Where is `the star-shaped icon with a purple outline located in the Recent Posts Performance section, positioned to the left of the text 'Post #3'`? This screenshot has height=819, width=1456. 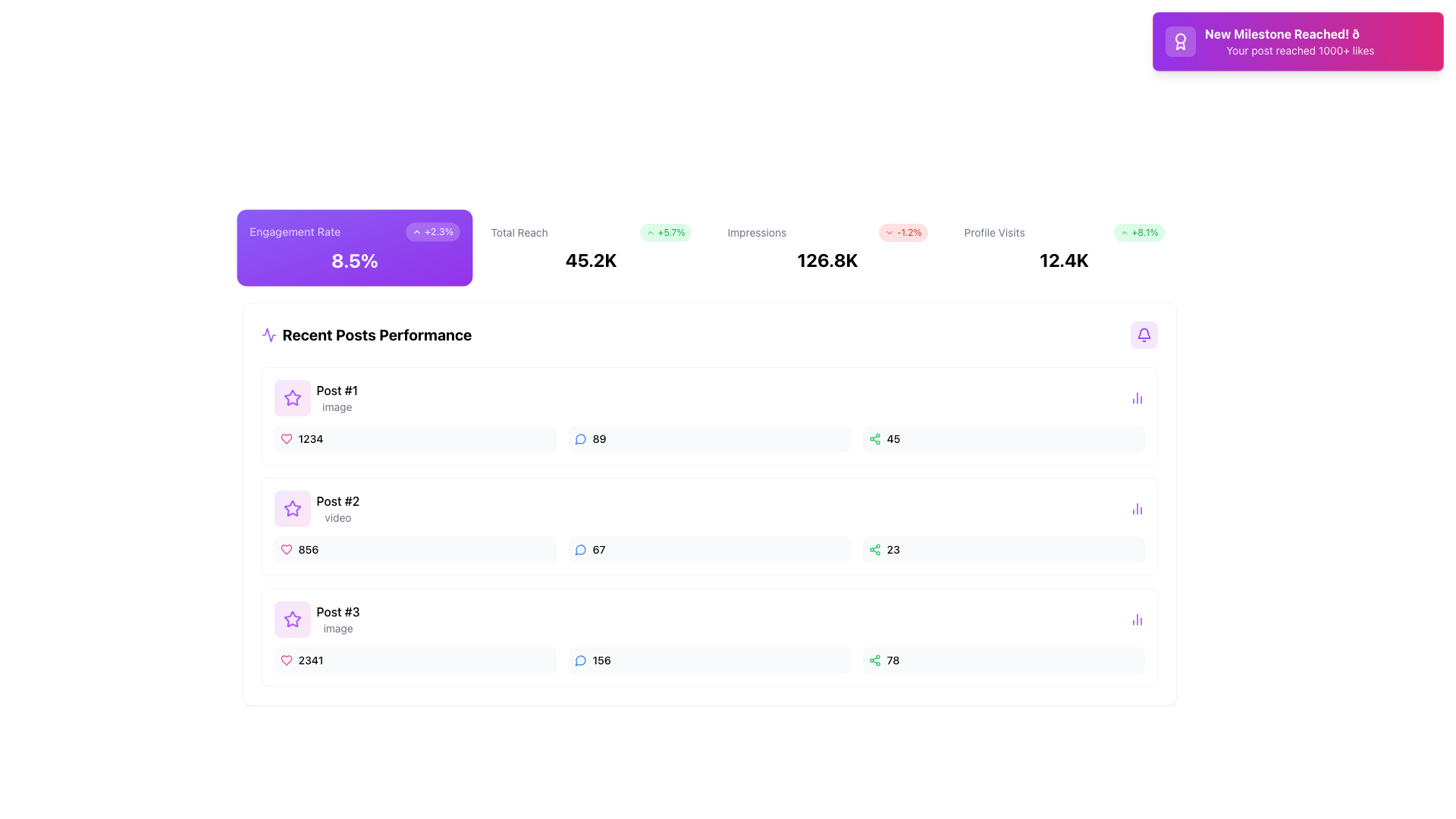
the star-shaped icon with a purple outline located in the Recent Posts Performance section, positioned to the left of the text 'Post #3' is located at coordinates (292, 620).